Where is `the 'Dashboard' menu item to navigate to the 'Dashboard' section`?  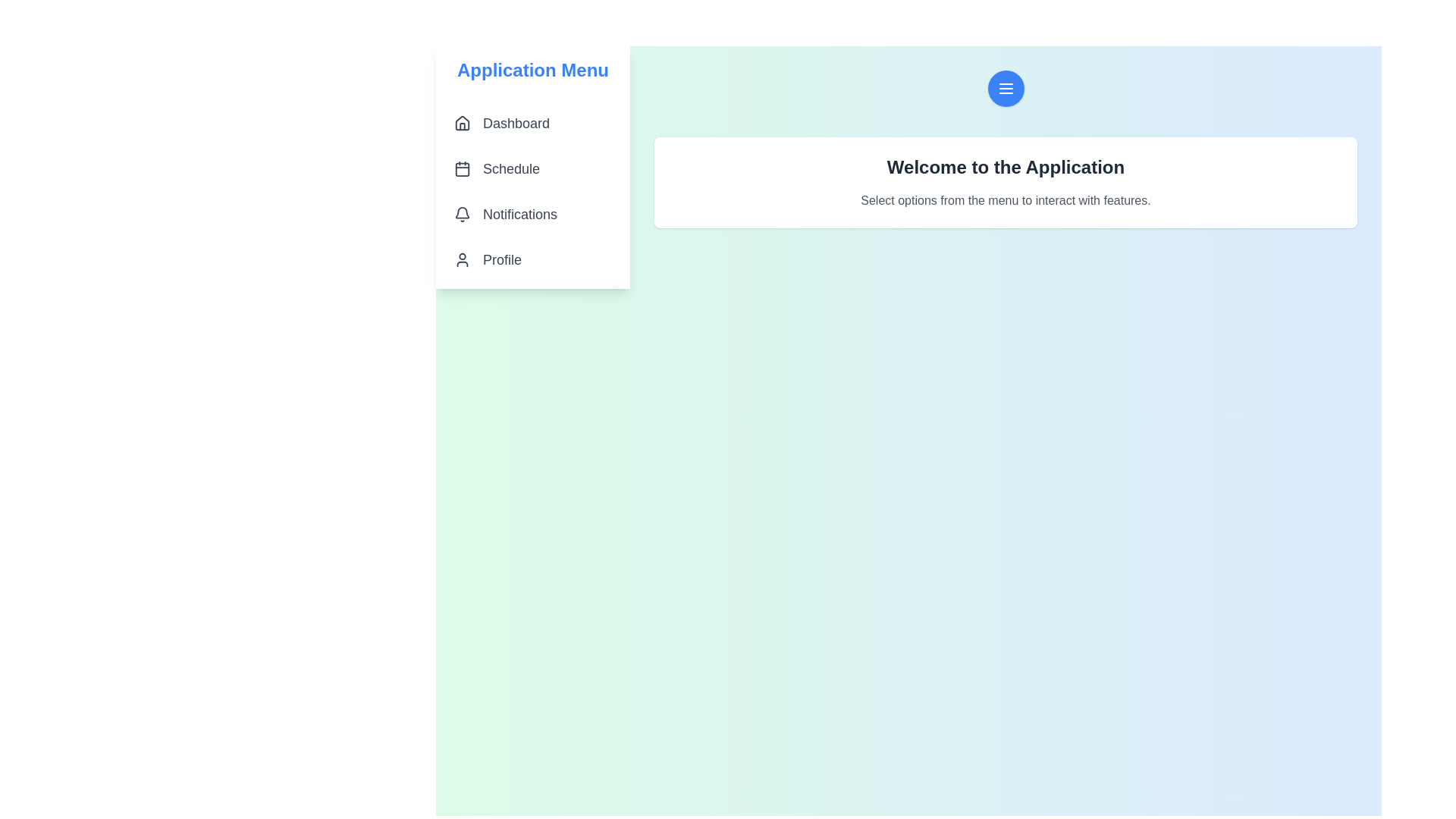 the 'Dashboard' menu item to navigate to the 'Dashboard' section is located at coordinates (532, 122).